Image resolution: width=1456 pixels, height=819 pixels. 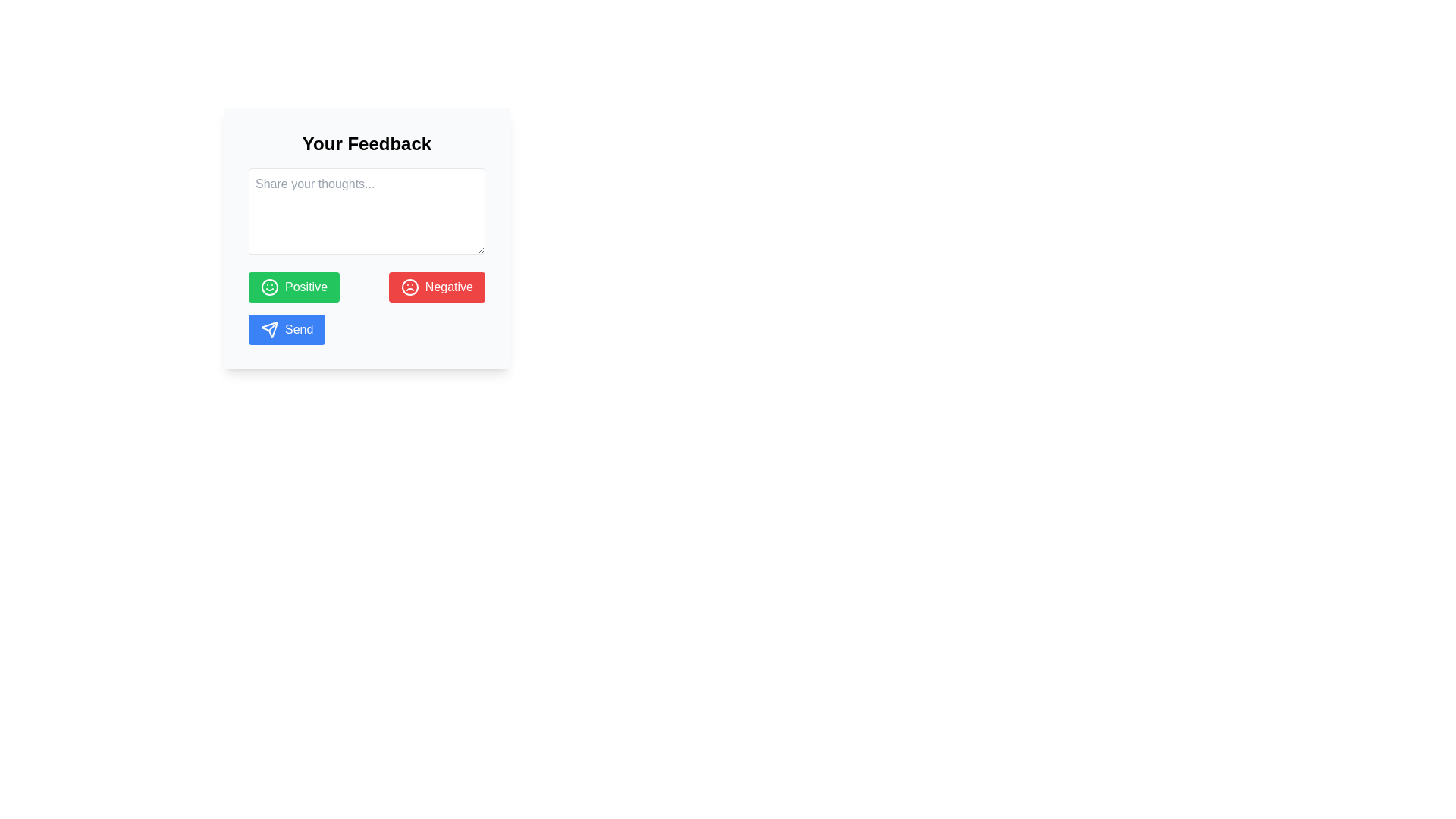 What do you see at coordinates (269, 287) in the screenshot?
I see `the smiley icon located within the green 'Positive' button, which features a minimalist outline style with a green color scheme` at bounding box center [269, 287].